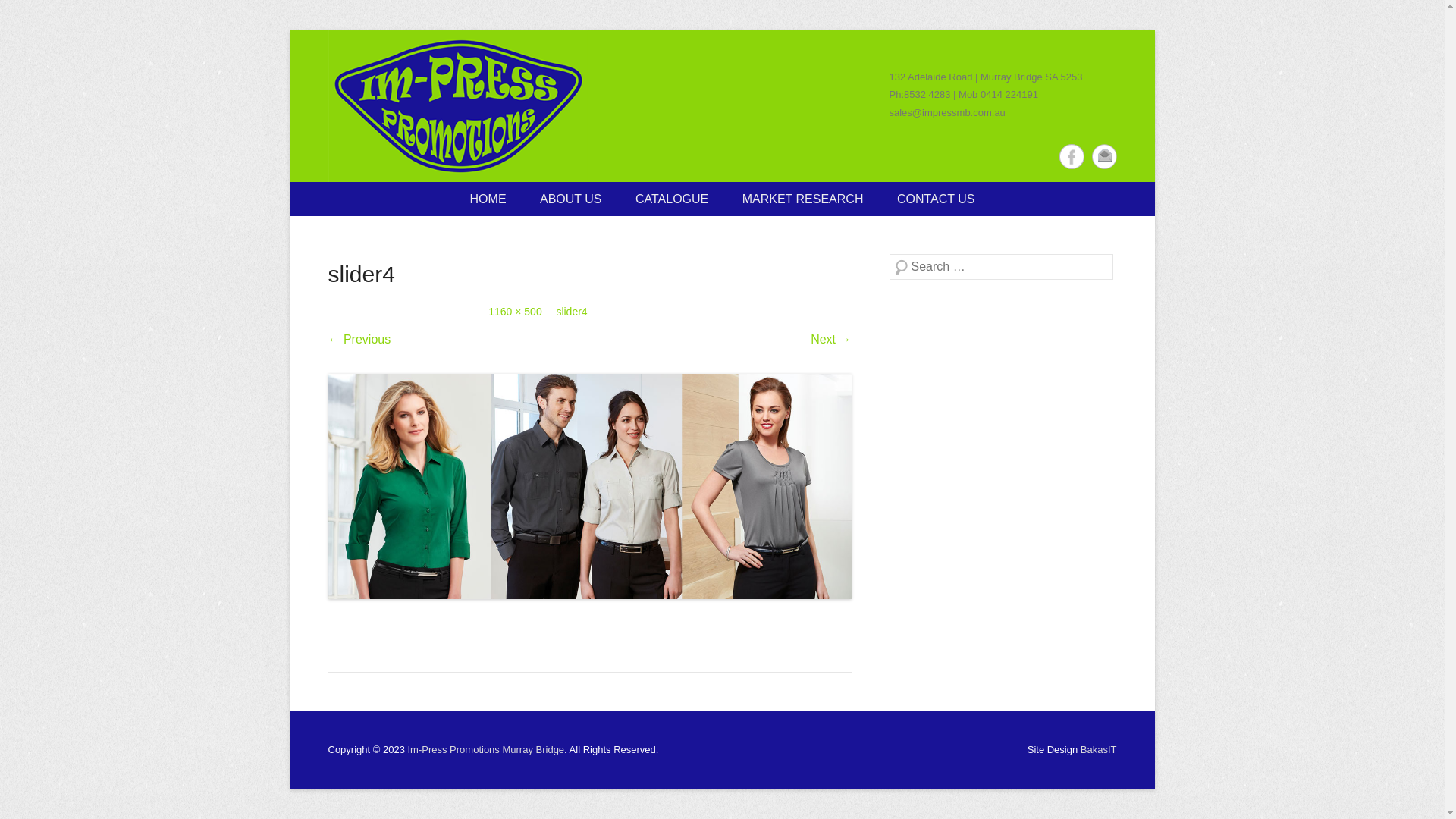  What do you see at coordinates (946, 111) in the screenshot?
I see `'sales@impressmb.com.au'` at bounding box center [946, 111].